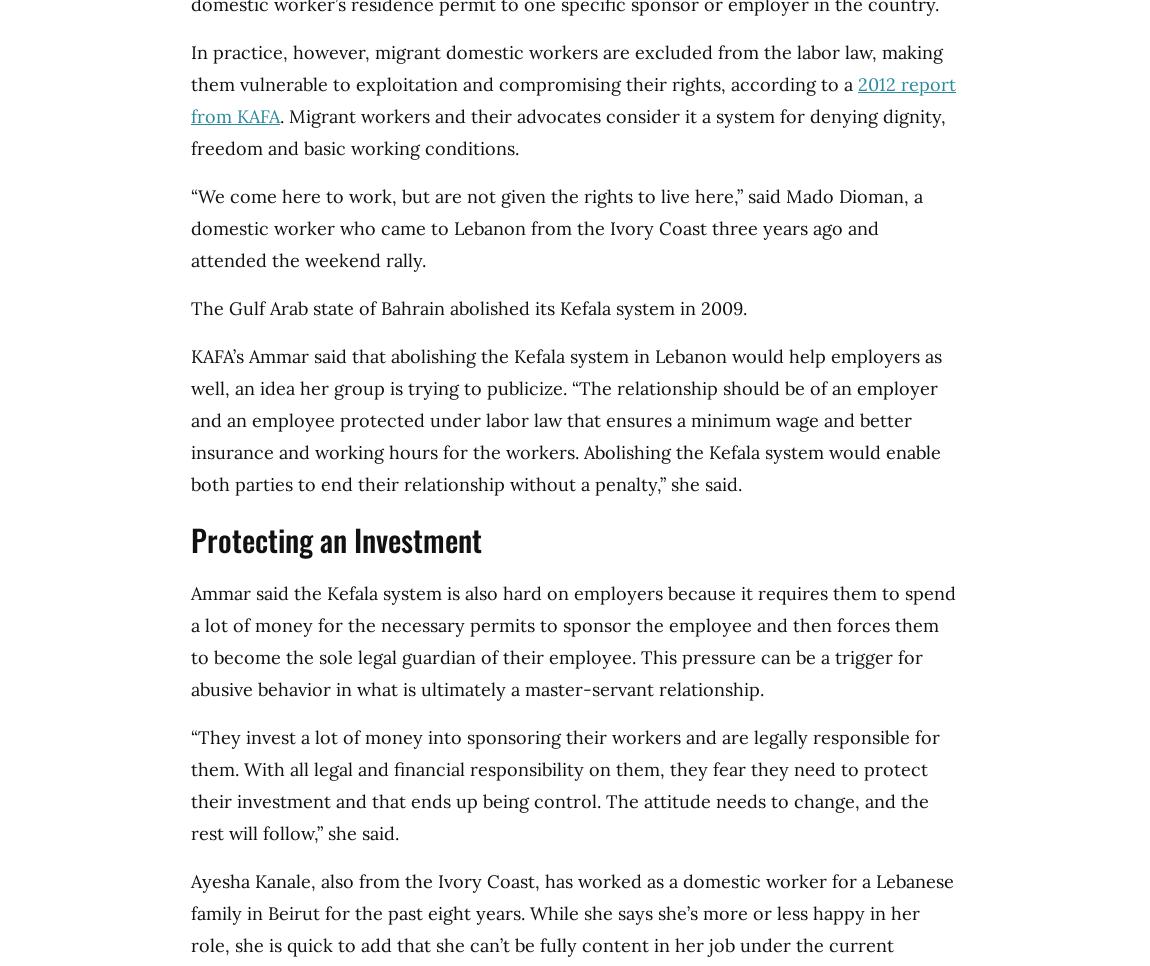 Image resolution: width=1150 pixels, height=966 pixels. I want to click on 'Ayesha Kanale', so click(250, 881).